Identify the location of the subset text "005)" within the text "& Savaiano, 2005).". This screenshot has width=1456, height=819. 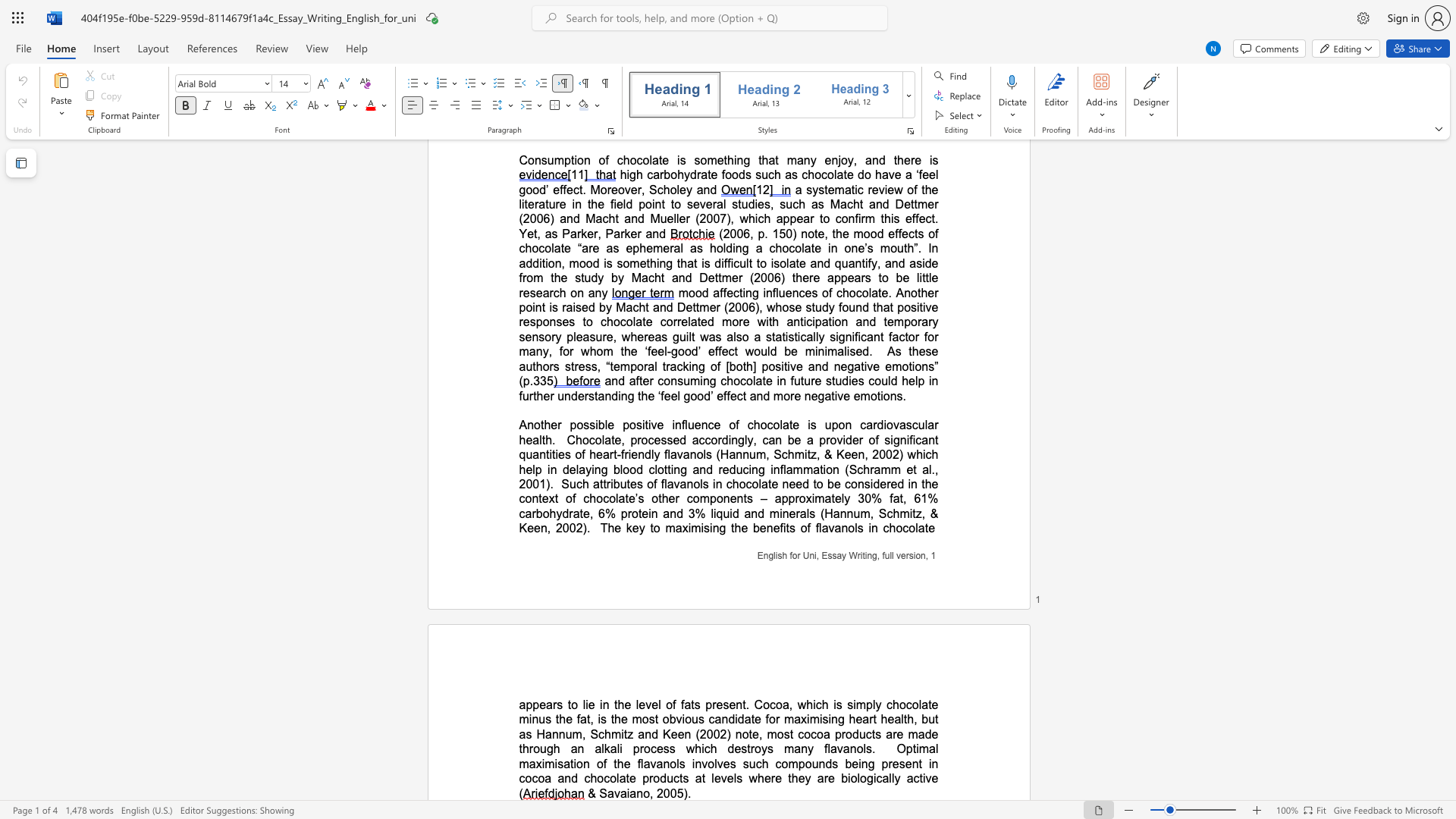
(663, 792).